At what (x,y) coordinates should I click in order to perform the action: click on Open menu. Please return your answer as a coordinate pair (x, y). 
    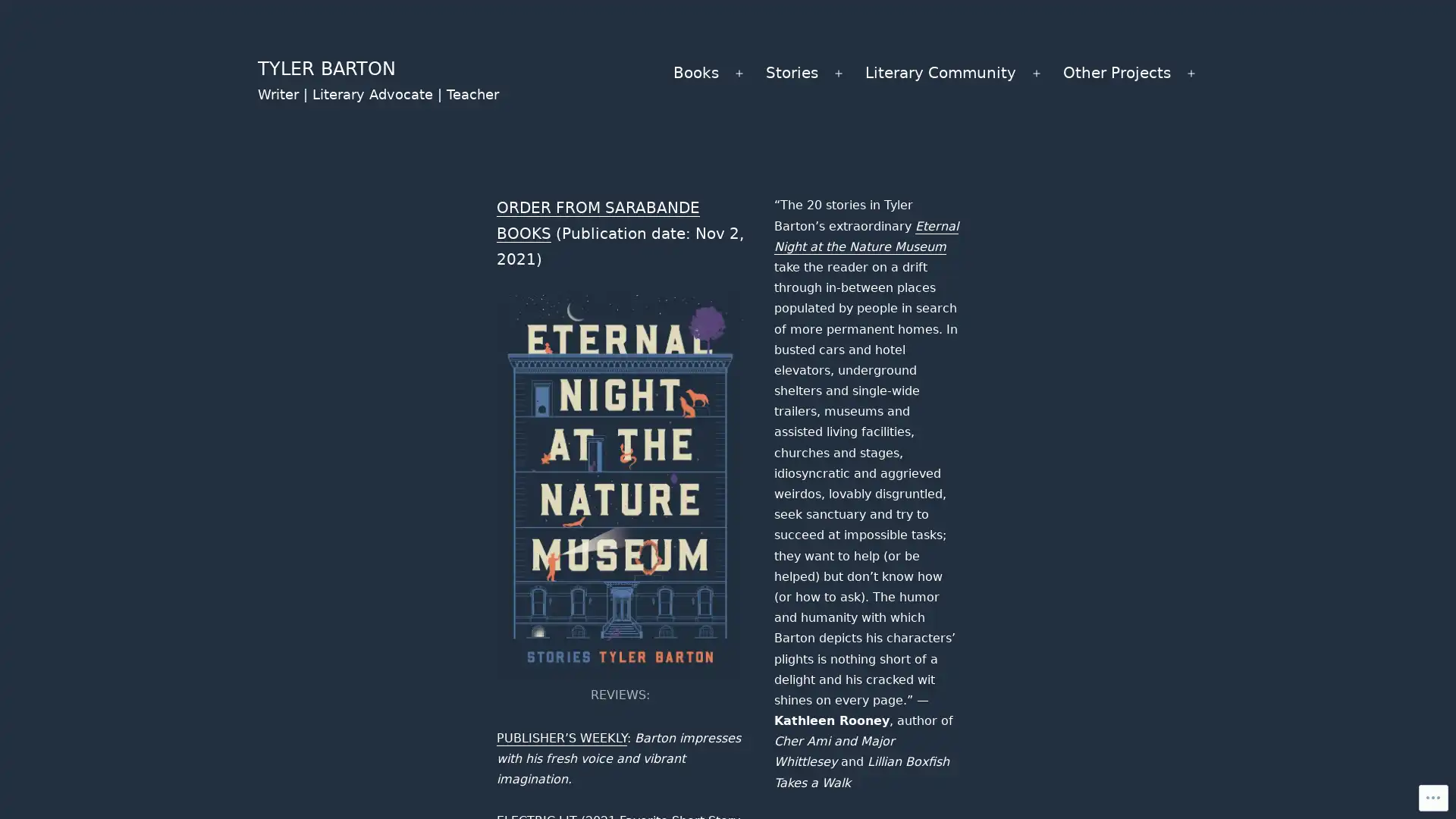
    Looking at the image, I should click on (1190, 73).